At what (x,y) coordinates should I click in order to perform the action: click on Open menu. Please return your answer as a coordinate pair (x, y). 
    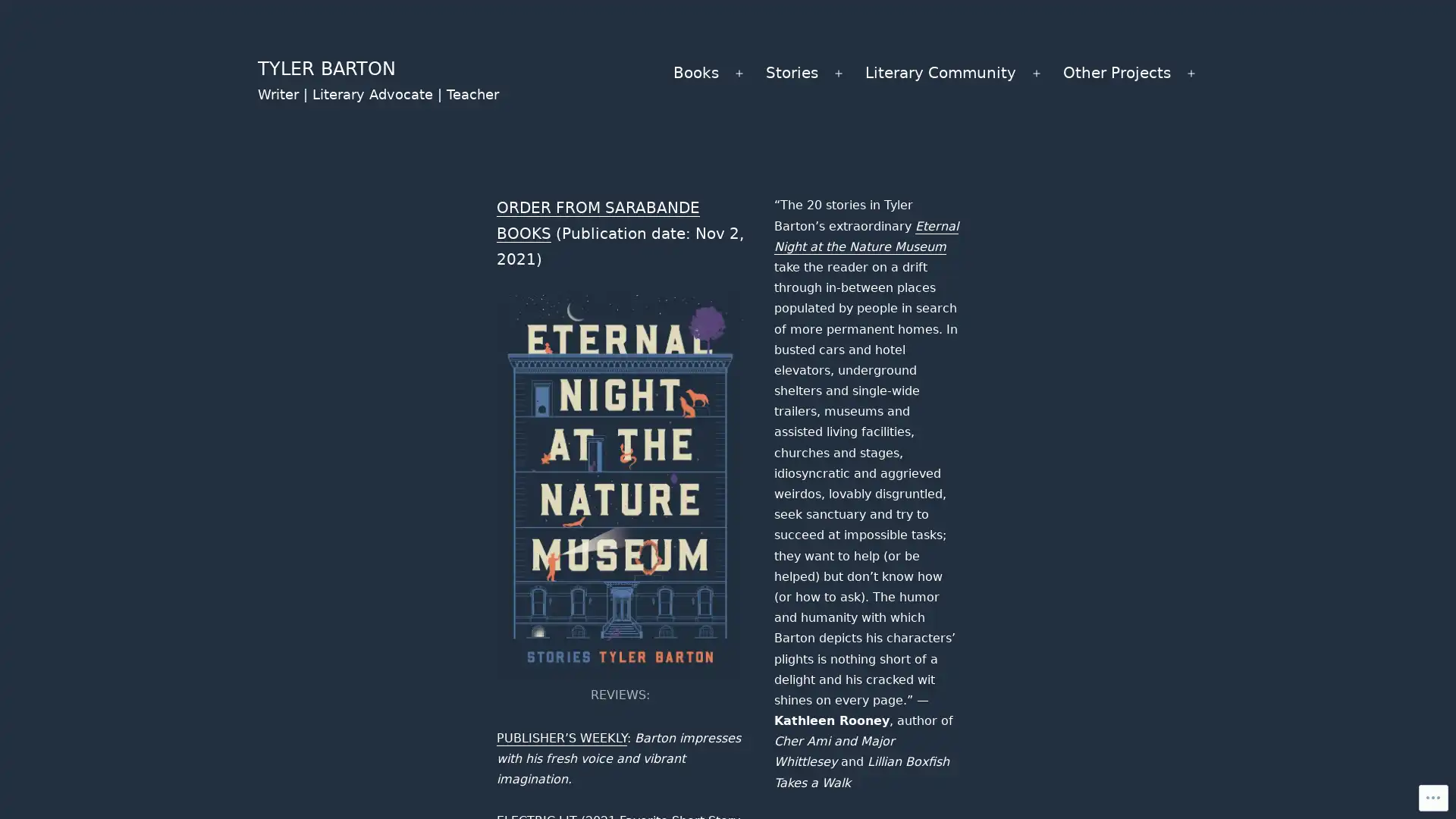
    Looking at the image, I should click on (1190, 73).